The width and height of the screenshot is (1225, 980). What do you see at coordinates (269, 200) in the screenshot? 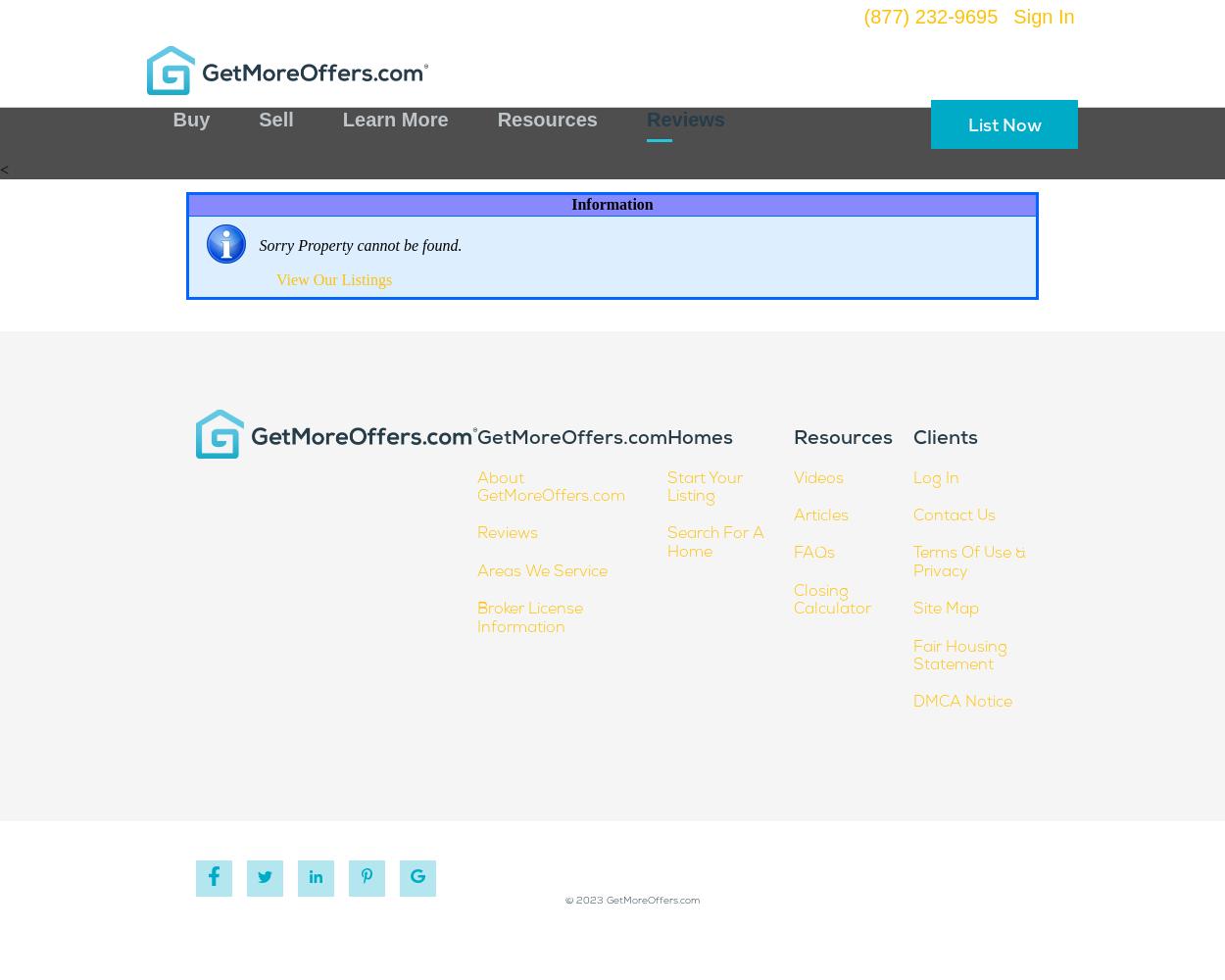
I see `'Program Comparison'` at bounding box center [269, 200].